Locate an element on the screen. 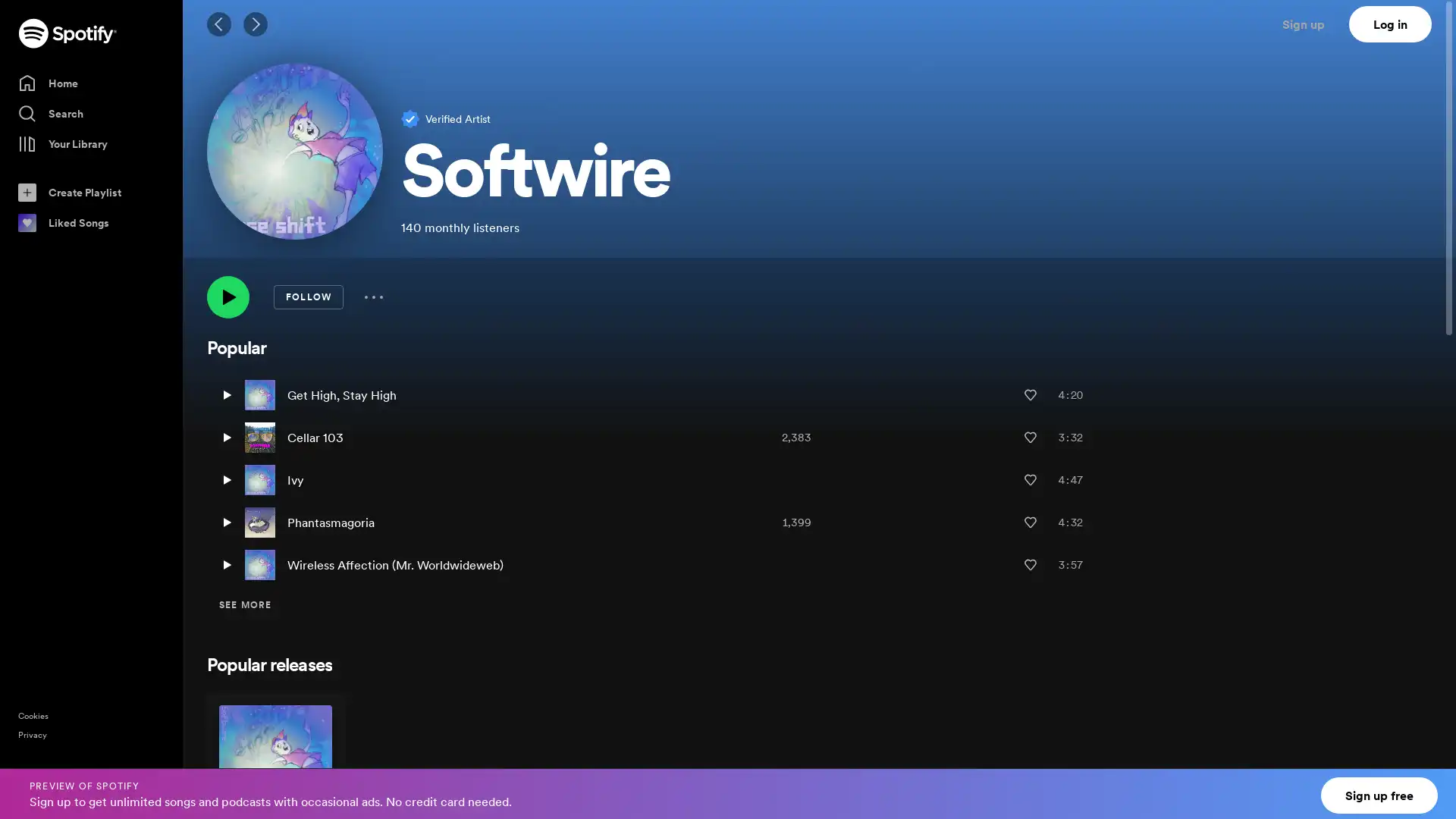 The height and width of the screenshot is (819, 1456). Play Phase Shift is located at coordinates (306, 798).